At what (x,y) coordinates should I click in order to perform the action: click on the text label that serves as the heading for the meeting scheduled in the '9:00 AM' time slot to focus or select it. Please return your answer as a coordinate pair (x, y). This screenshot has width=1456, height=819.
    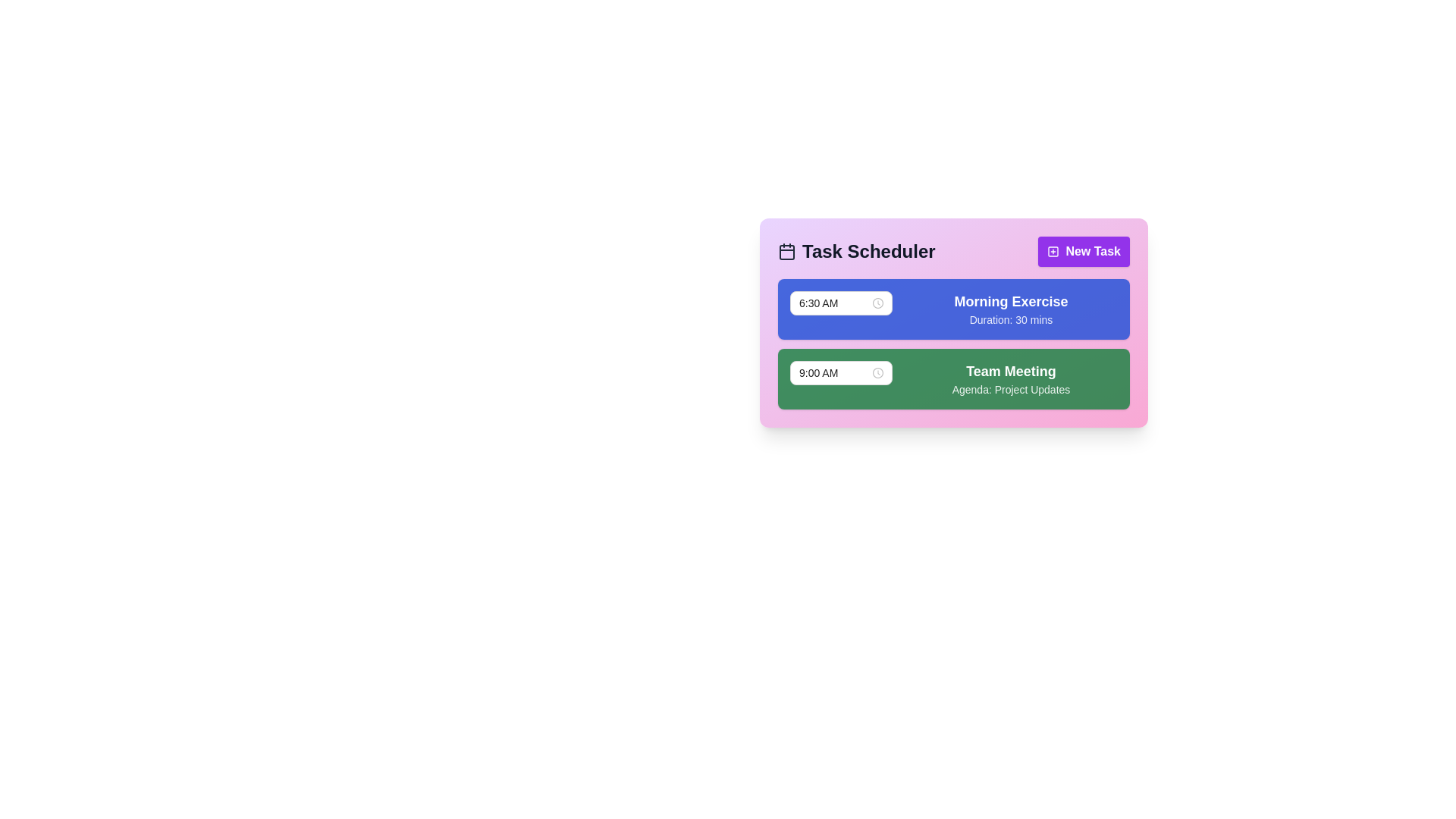
    Looking at the image, I should click on (1011, 371).